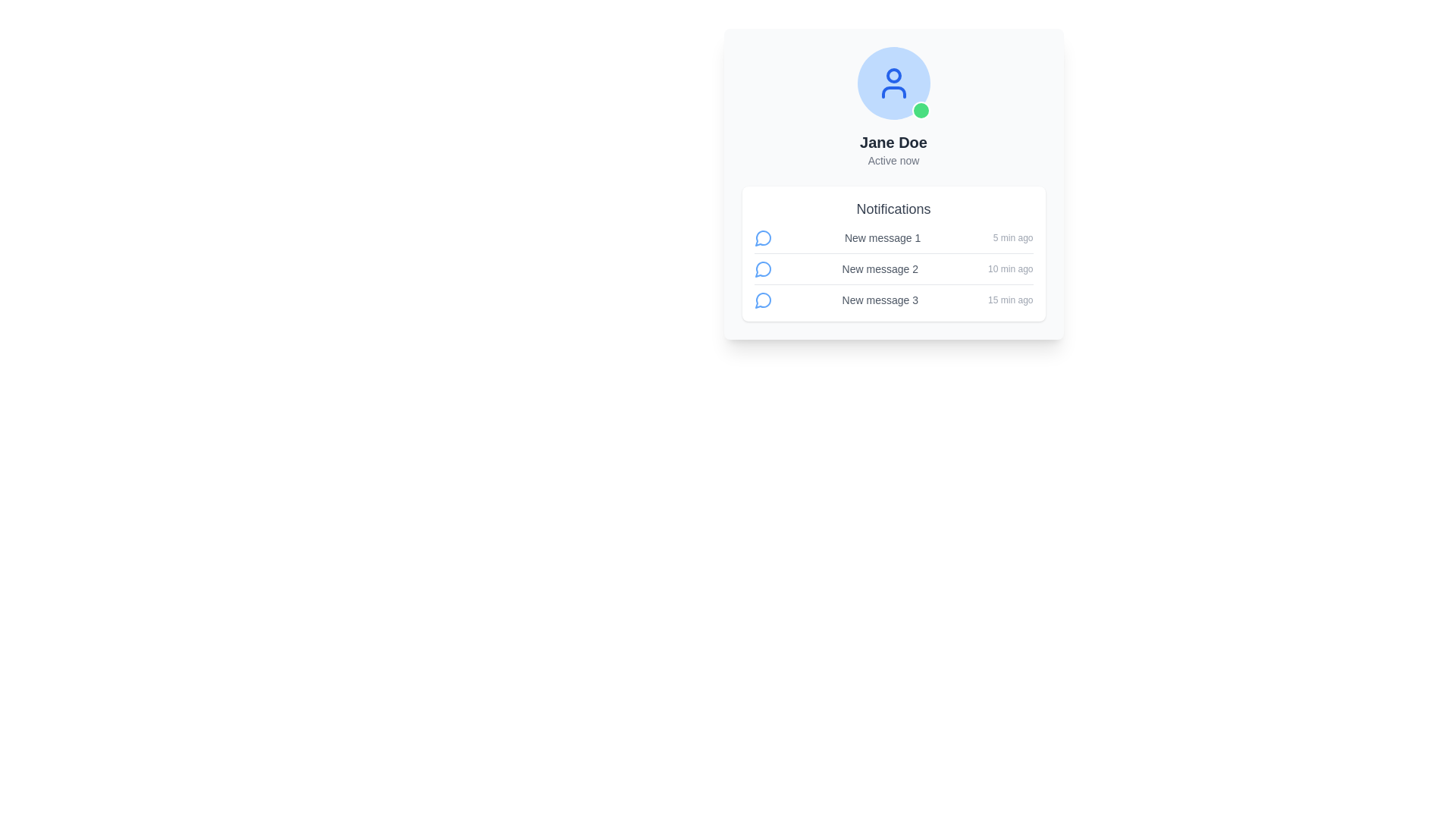  Describe the element at coordinates (763, 237) in the screenshot. I see `the message icon located in the first notification entry row of the 'Notifications' section in the card layout` at that location.